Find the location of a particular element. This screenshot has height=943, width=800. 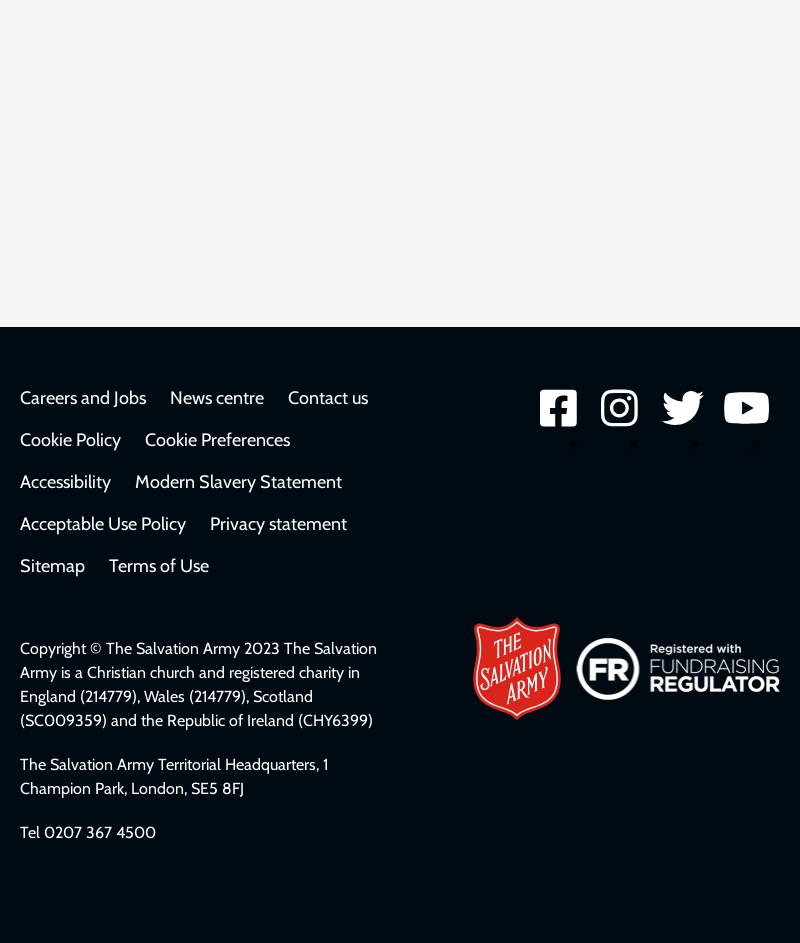

'Acceptable Use Policy' is located at coordinates (102, 524).